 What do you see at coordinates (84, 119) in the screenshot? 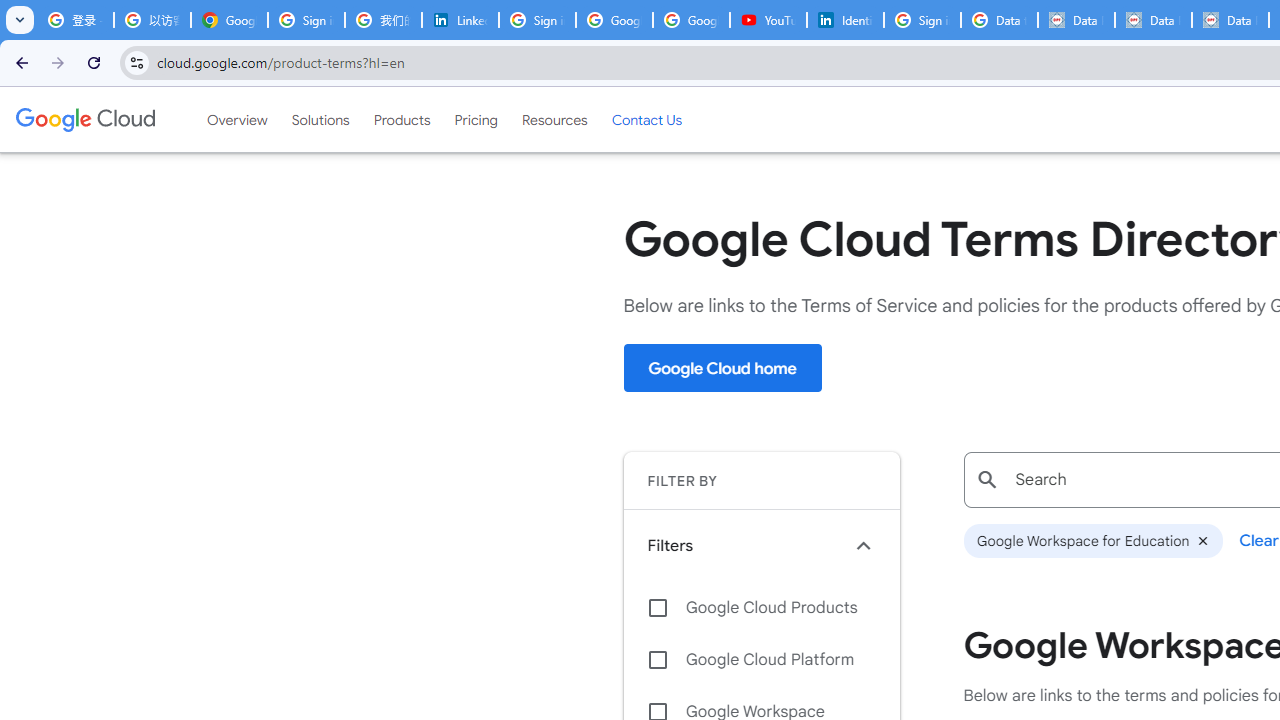
I see `'Google Cloud'` at bounding box center [84, 119].